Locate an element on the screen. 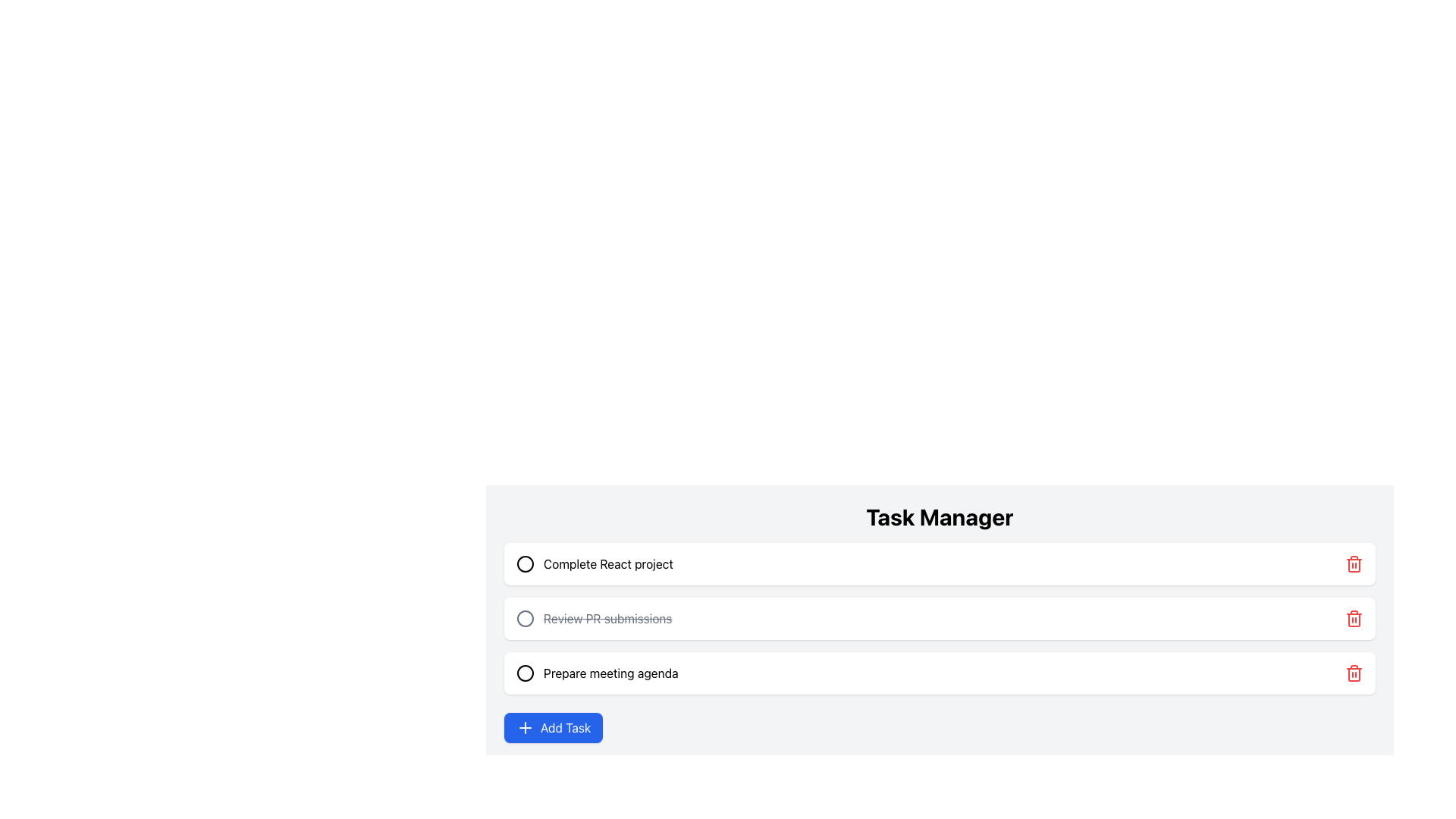  the SVG plus icon located to the left of the 'Add Task' text within the button at the bottom of the task list for navigation purposes is located at coordinates (525, 727).